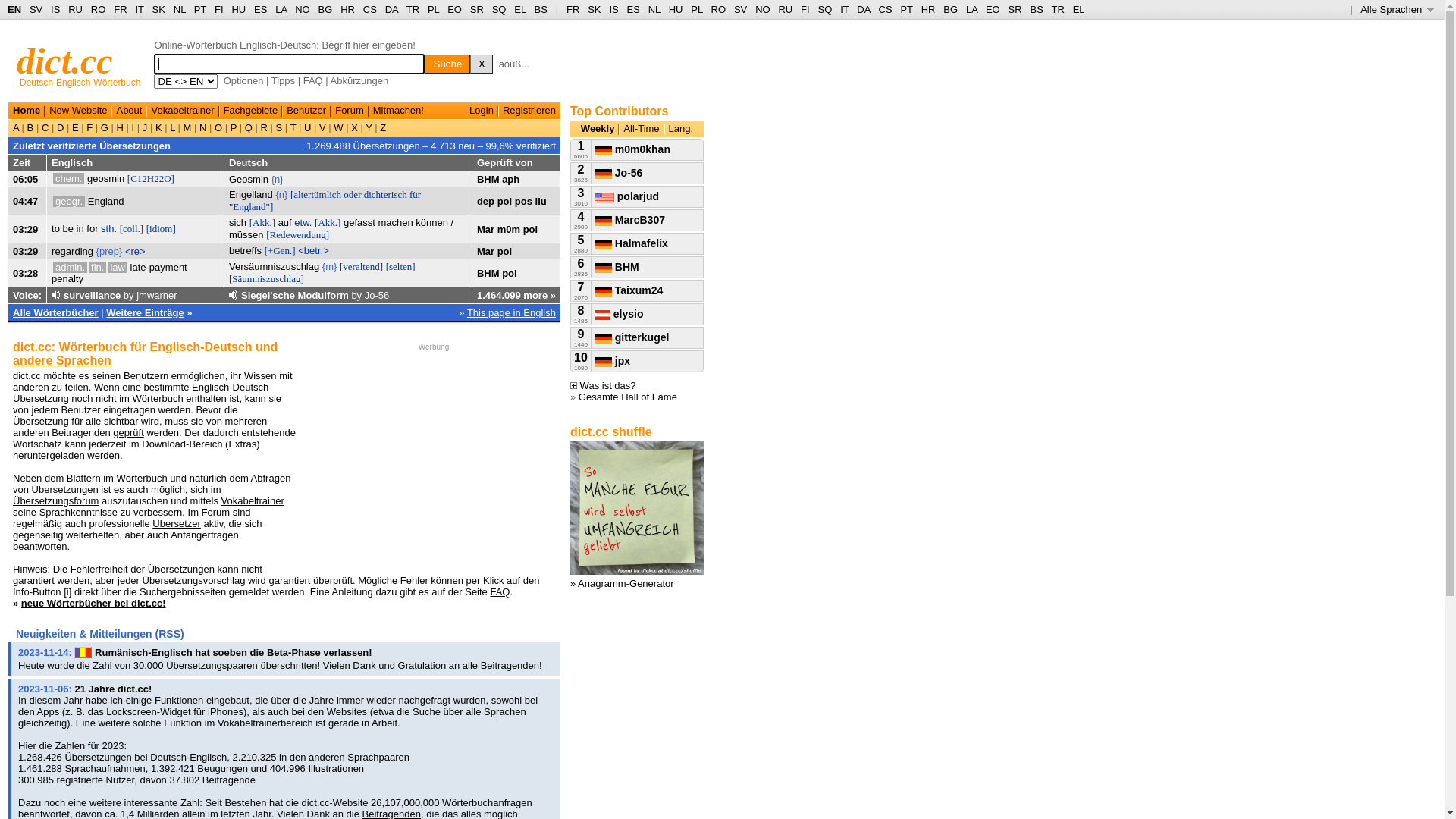  What do you see at coordinates (633, 9) in the screenshot?
I see `'ES'` at bounding box center [633, 9].